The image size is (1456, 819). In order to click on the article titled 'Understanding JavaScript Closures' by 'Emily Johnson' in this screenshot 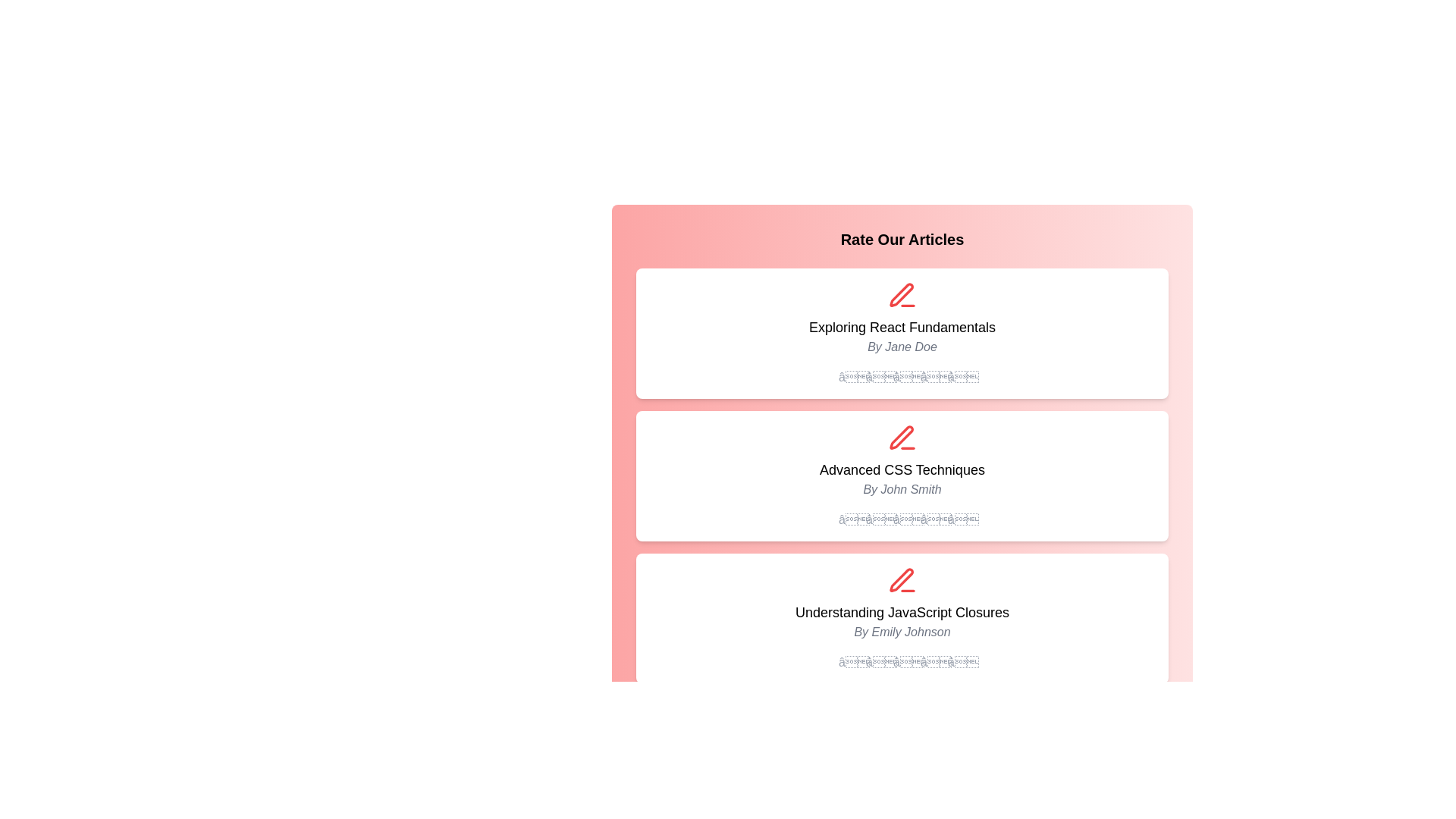, I will do `click(902, 611)`.